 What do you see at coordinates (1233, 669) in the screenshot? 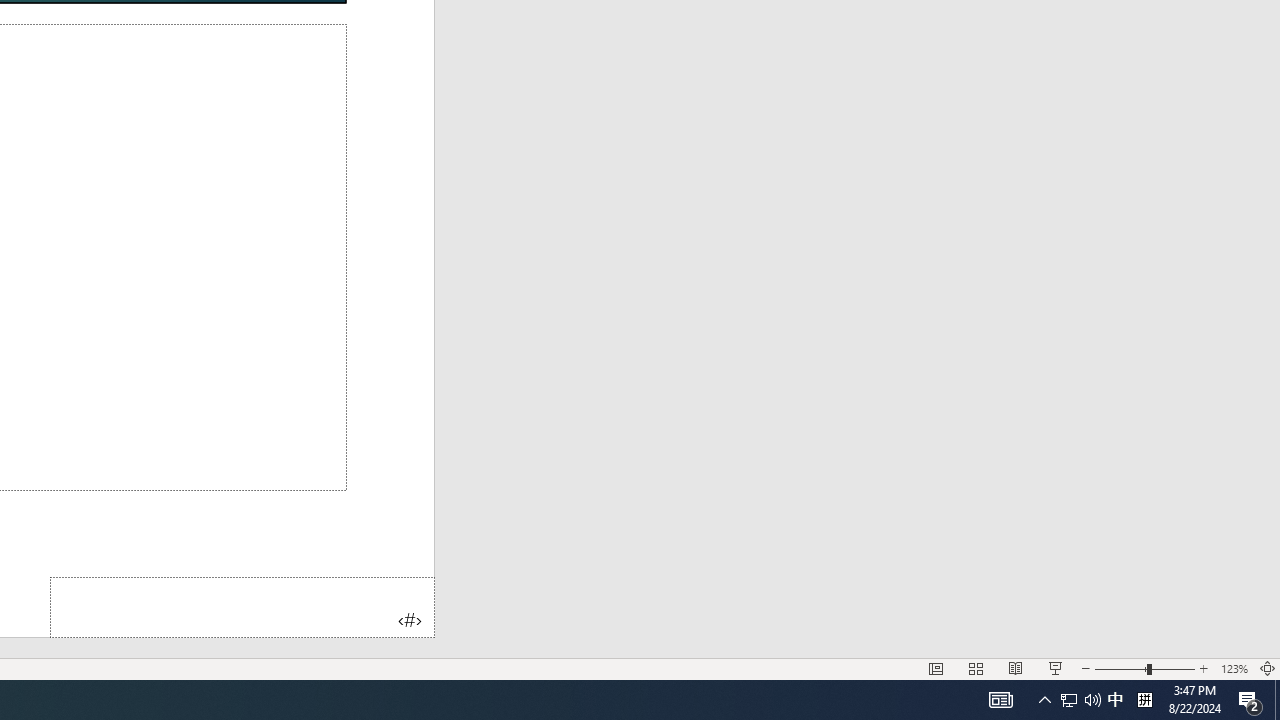
I see `'Zoom 123%'` at bounding box center [1233, 669].